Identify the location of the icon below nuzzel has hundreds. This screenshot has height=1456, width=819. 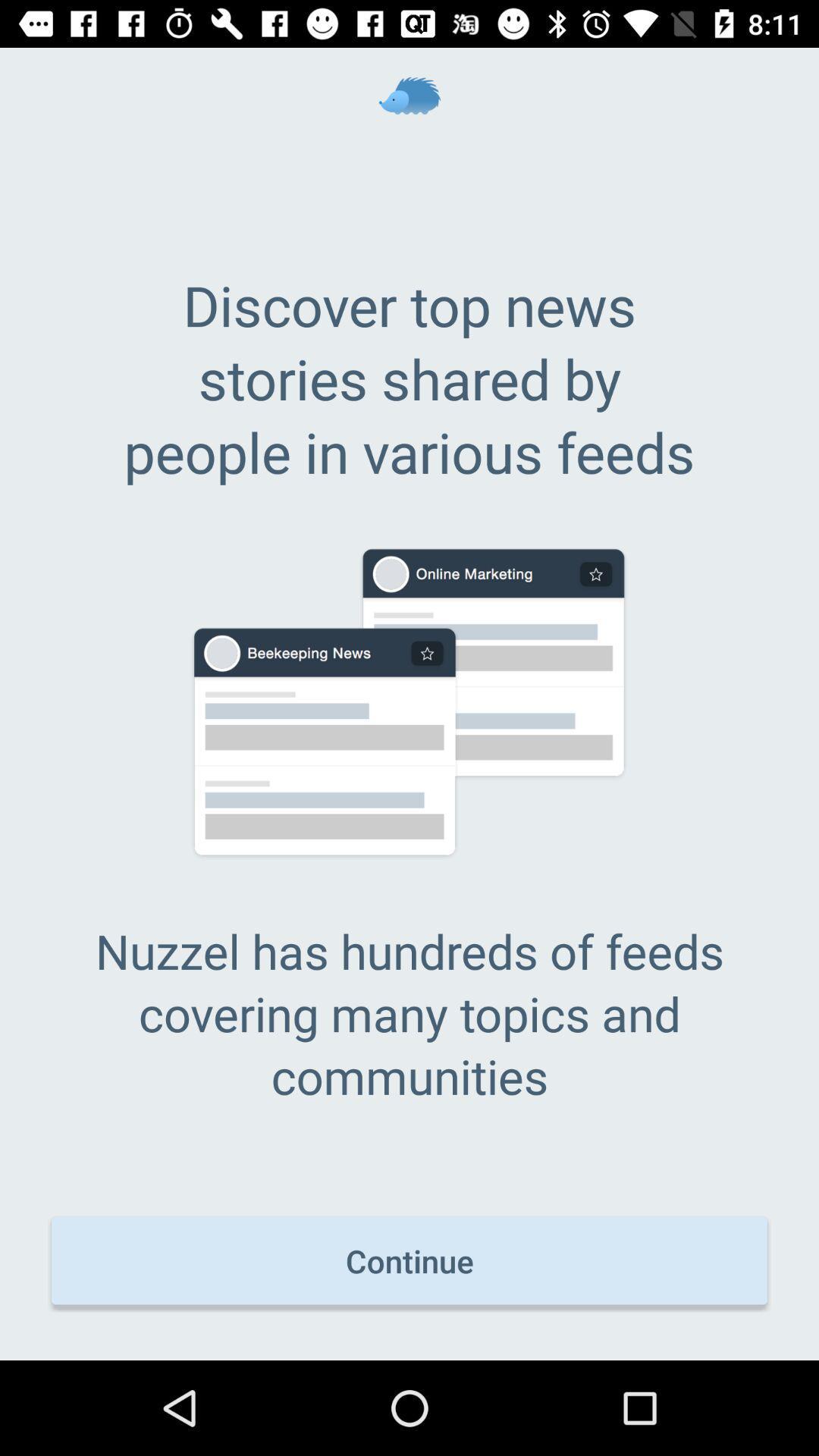
(409, 1260).